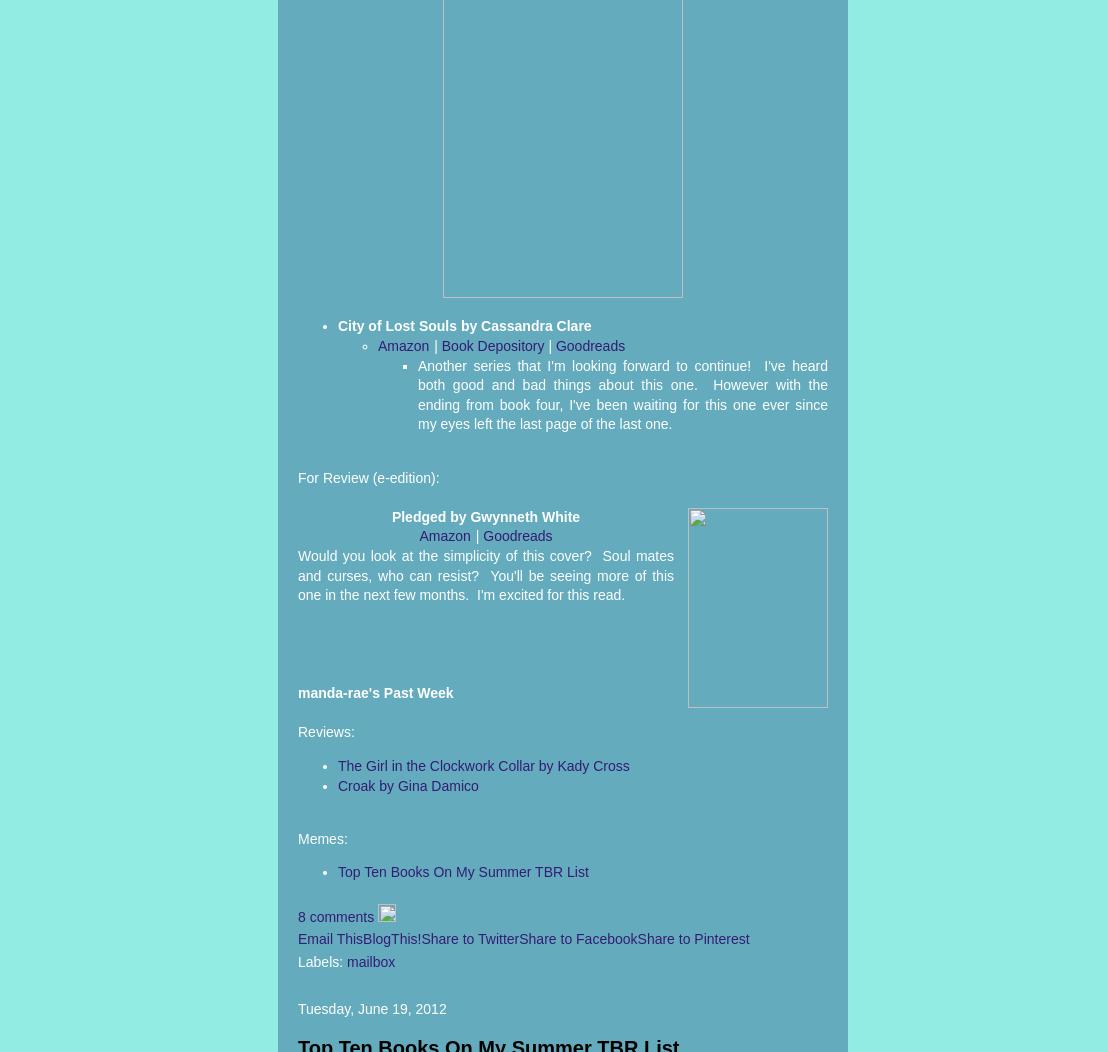 Image resolution: width=1108 pixels, height=1052 pixels. What do you see at coordinates (622, 394) in the screenshot?
I see `'Another series that I'm looking forward to continue!  I've heard both good and bad things about this one.  However with the ending from book four, I've been waiting for this one ever since my eyes left the last page of the last one.'` at bounding box center [622, 394].